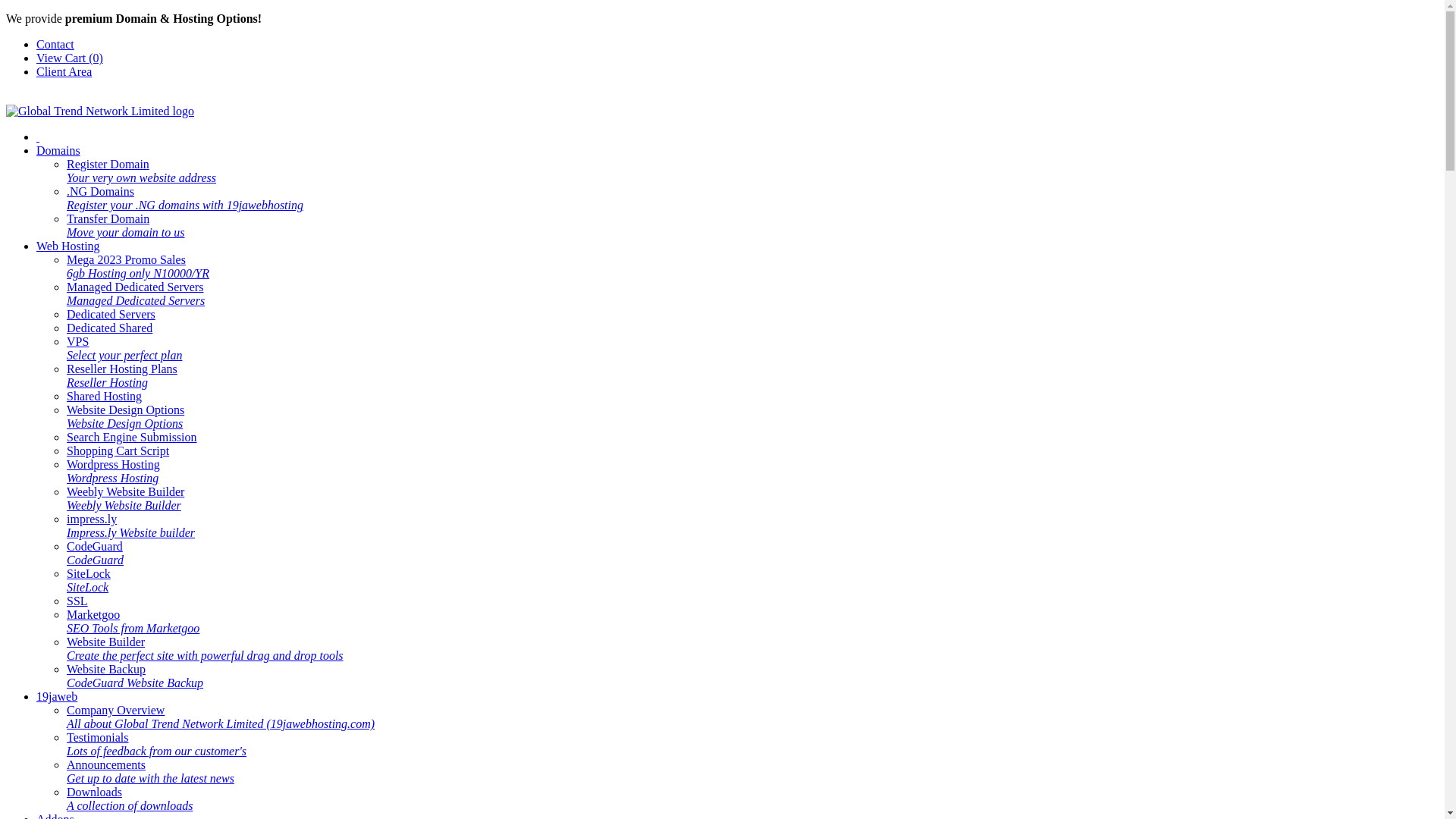 The image size is (1456, 819). Describe the element at coordinates (36, 245) in the screenshot. I see `'Web Hosting'` at that location.